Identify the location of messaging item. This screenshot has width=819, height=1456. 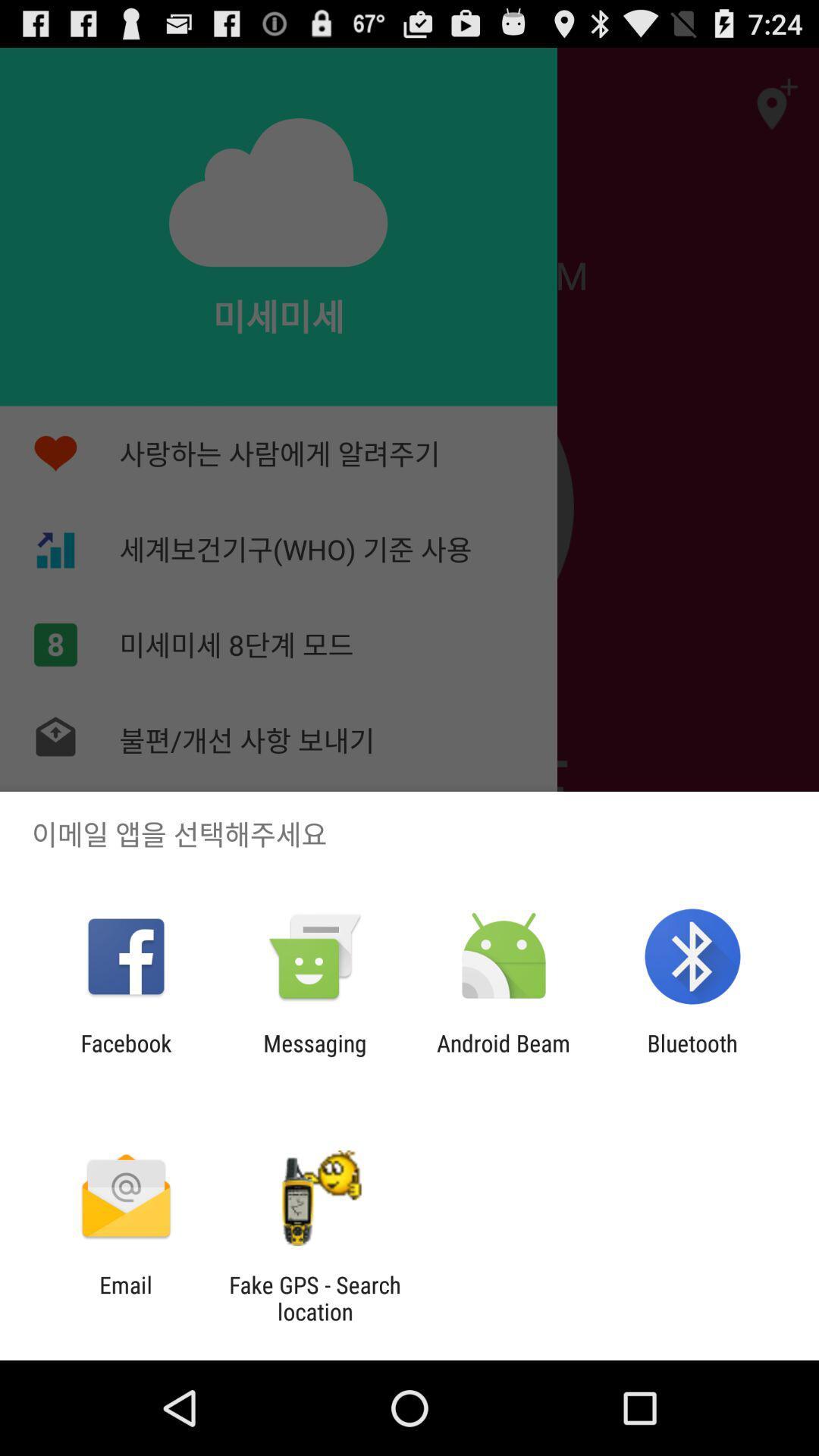
(314, 1056).